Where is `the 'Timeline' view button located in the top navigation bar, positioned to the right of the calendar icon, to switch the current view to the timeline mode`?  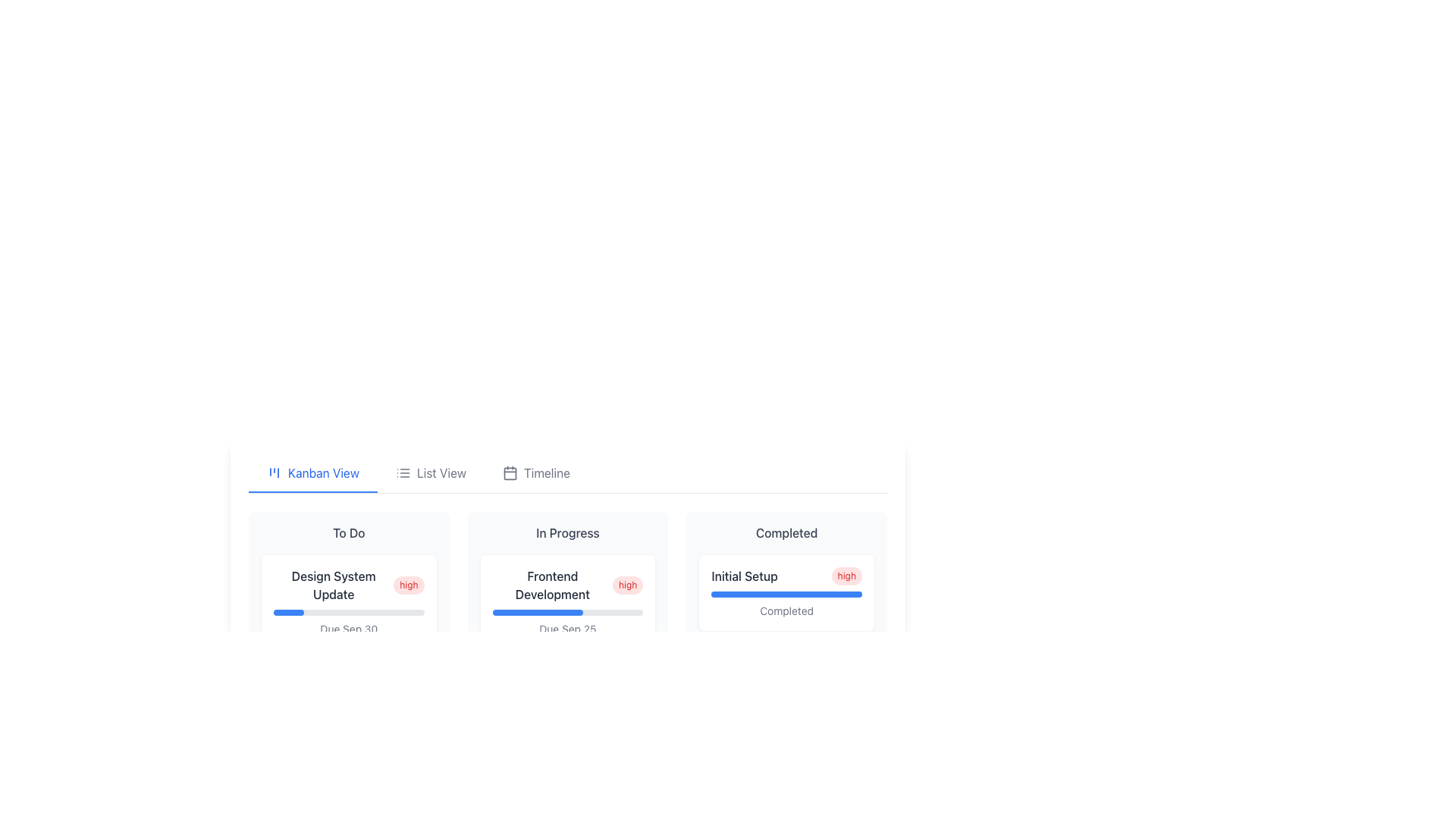
the 'Timeline' view button located in the top navigation bar, positioned to the right of the calendar icon, to switch the current view to the timeline mode is located at coordinates (546, 472).